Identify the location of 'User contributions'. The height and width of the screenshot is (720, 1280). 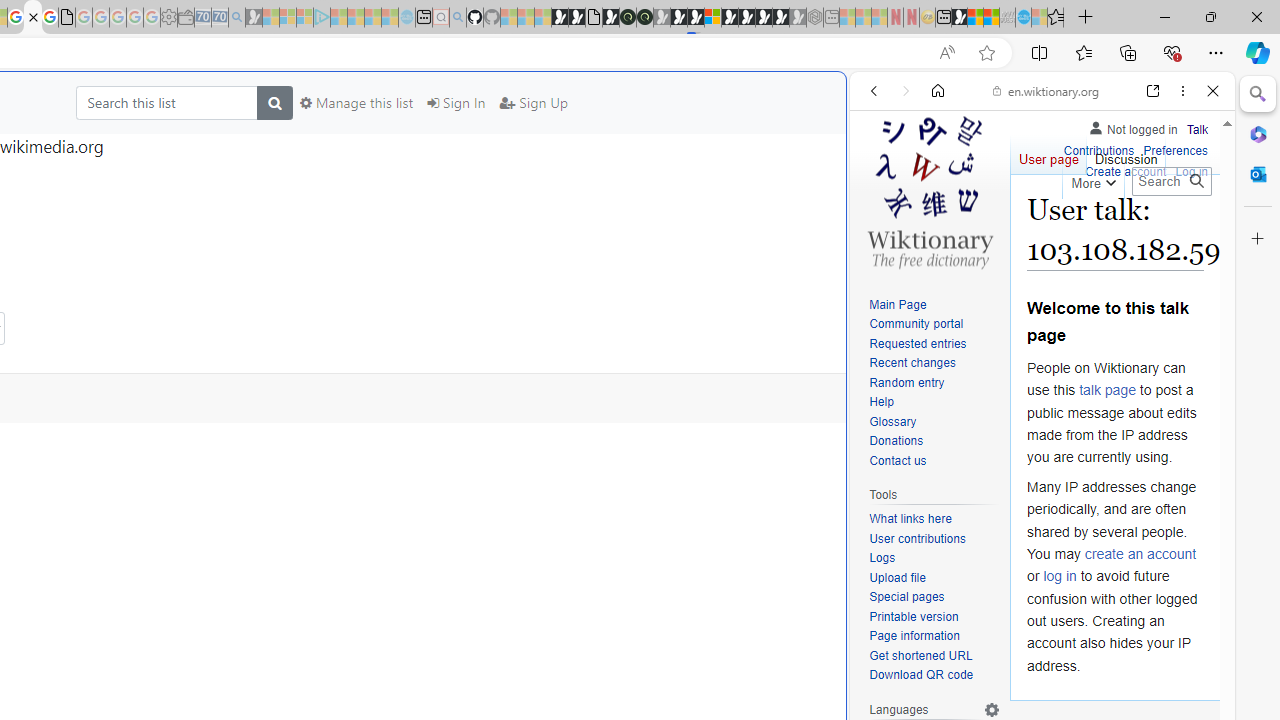
(916, 537).